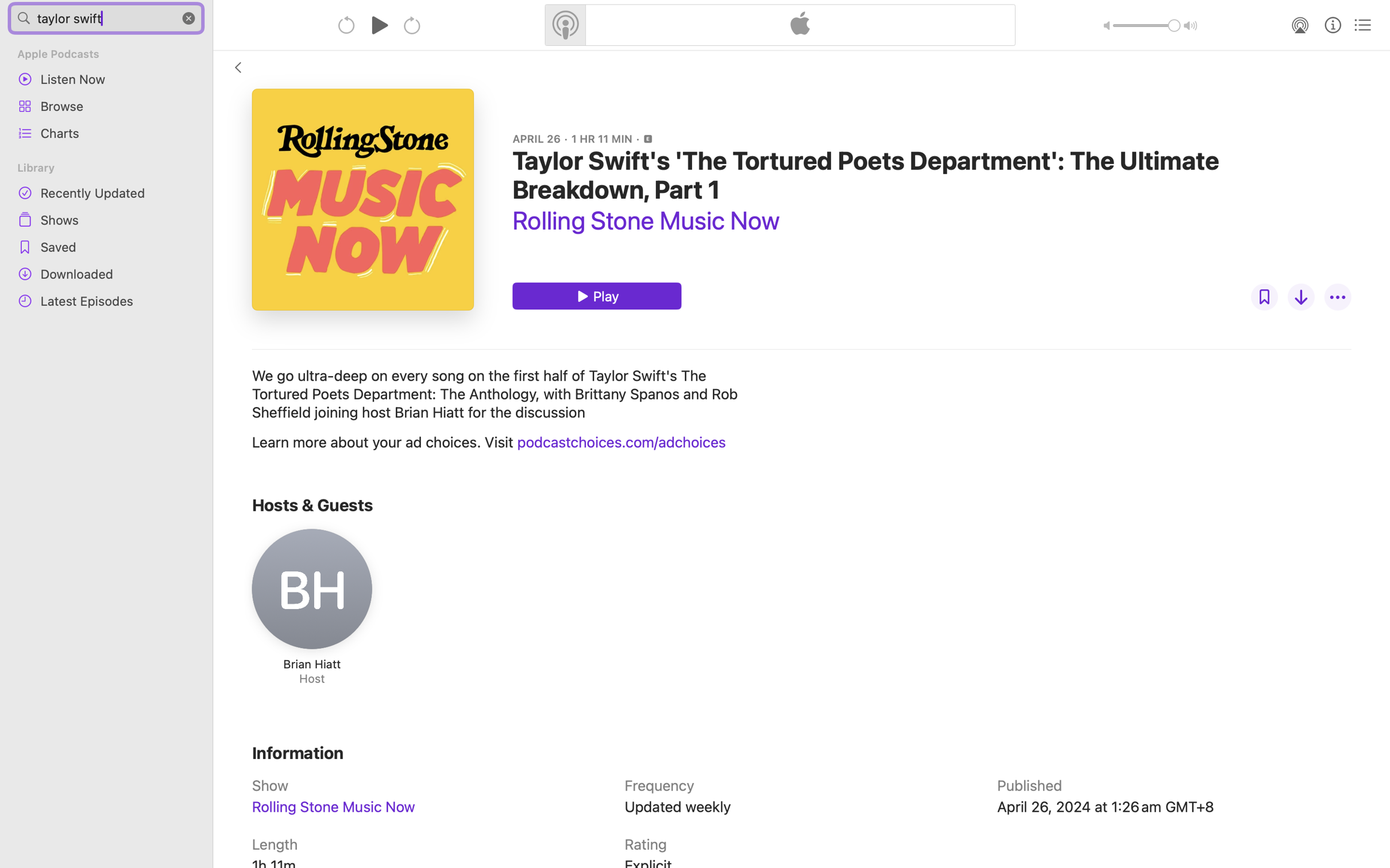  I want to click on '1.0', so click(1146, 25).